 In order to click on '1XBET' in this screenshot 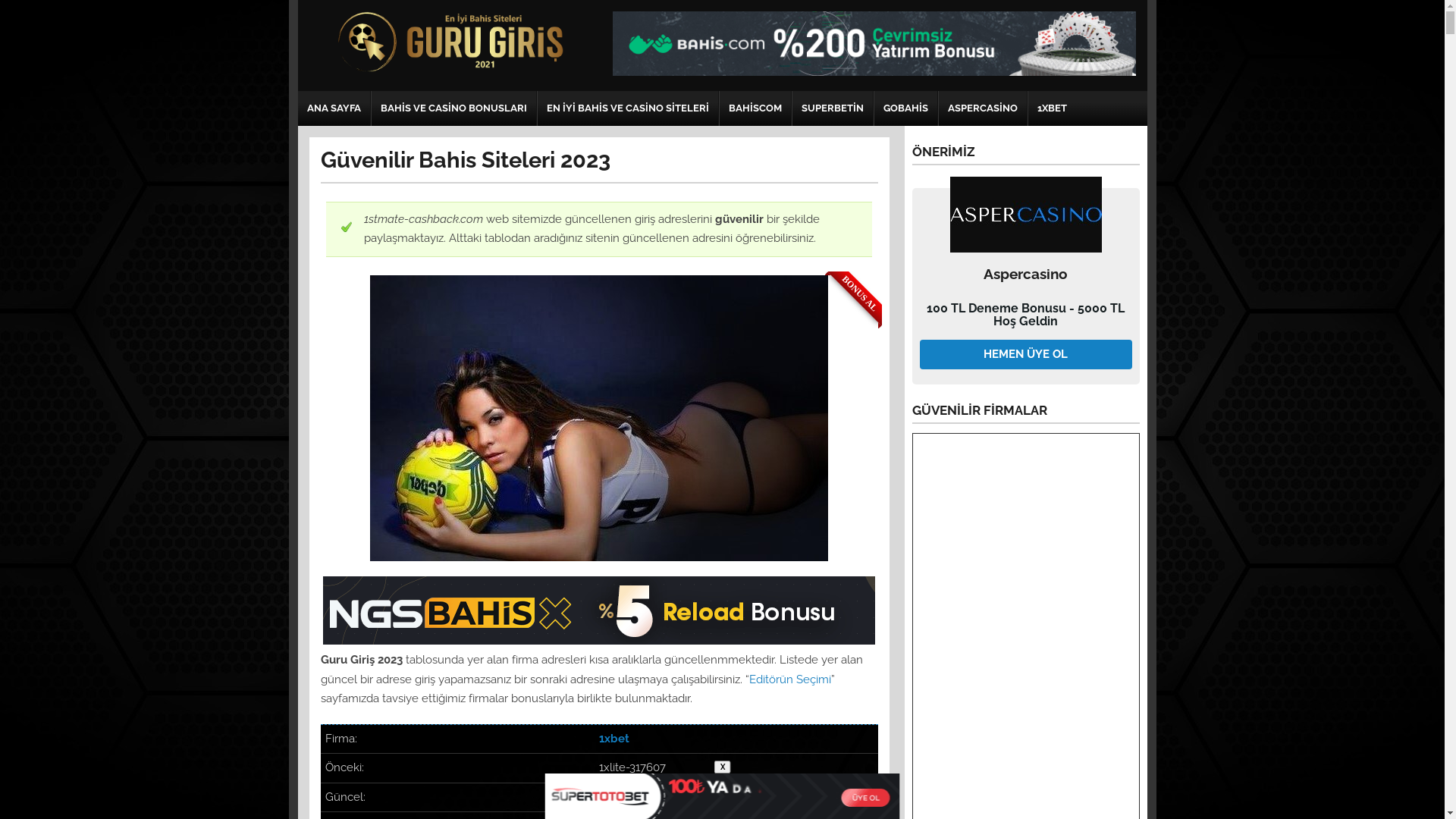, I will do `click(1028, 107)`.